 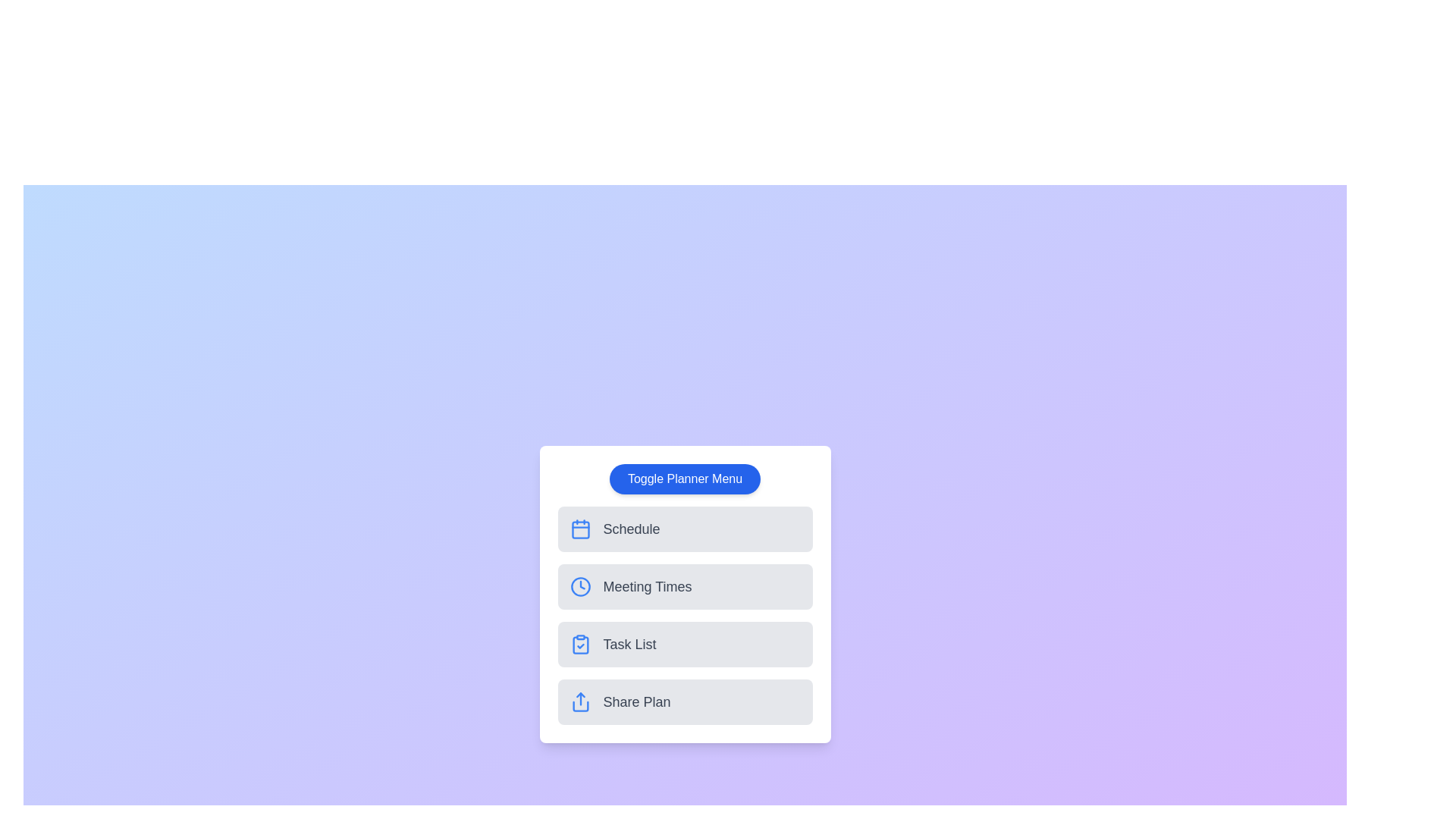 What do you see at coordinates (579, 586) in the screenshot?
I see `the icon corresponding to Meeting Times in the planner menu` at bounding box center [579, 586].